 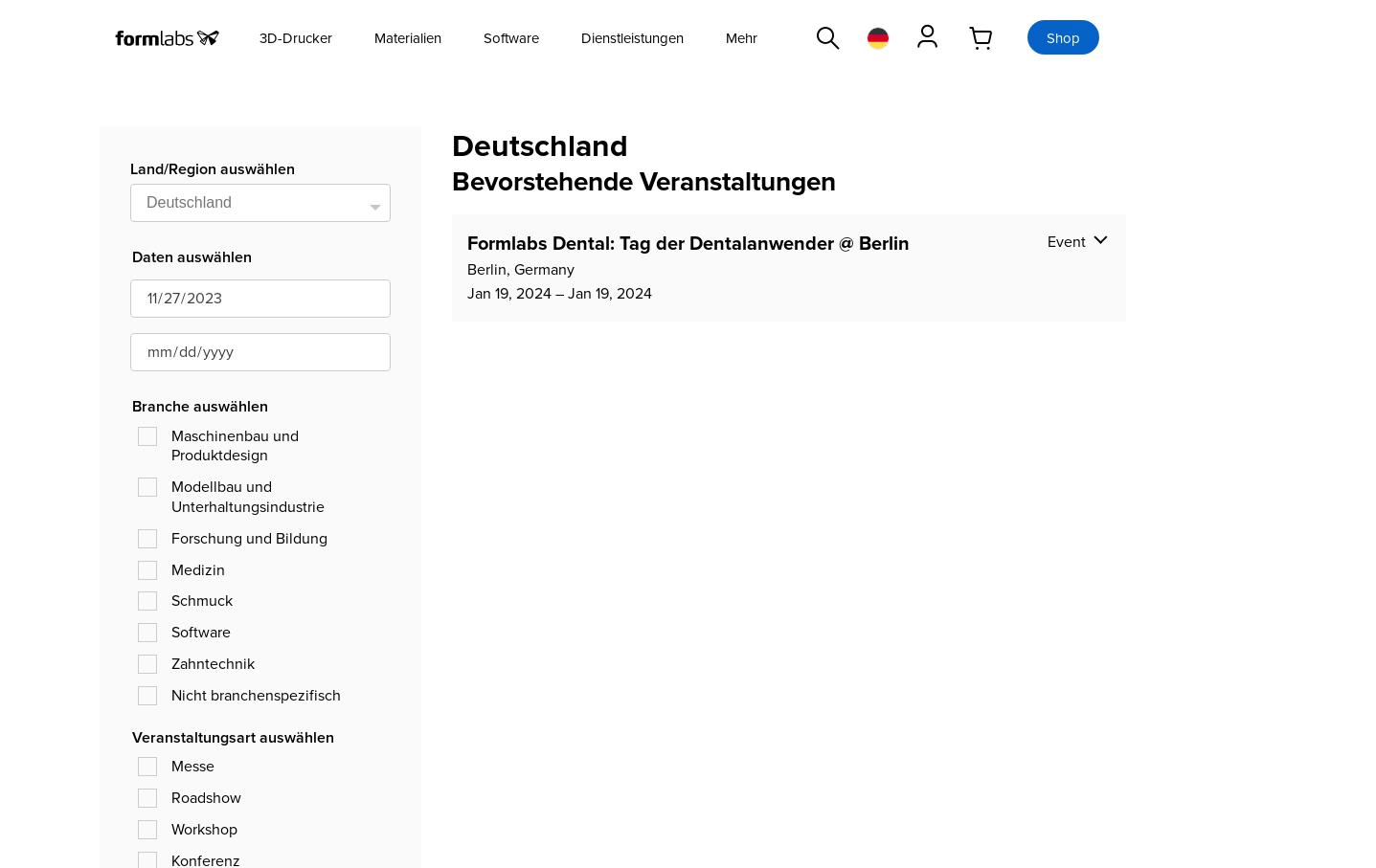 I want to click on '3D-Drucker', so click(x=259, y=36).